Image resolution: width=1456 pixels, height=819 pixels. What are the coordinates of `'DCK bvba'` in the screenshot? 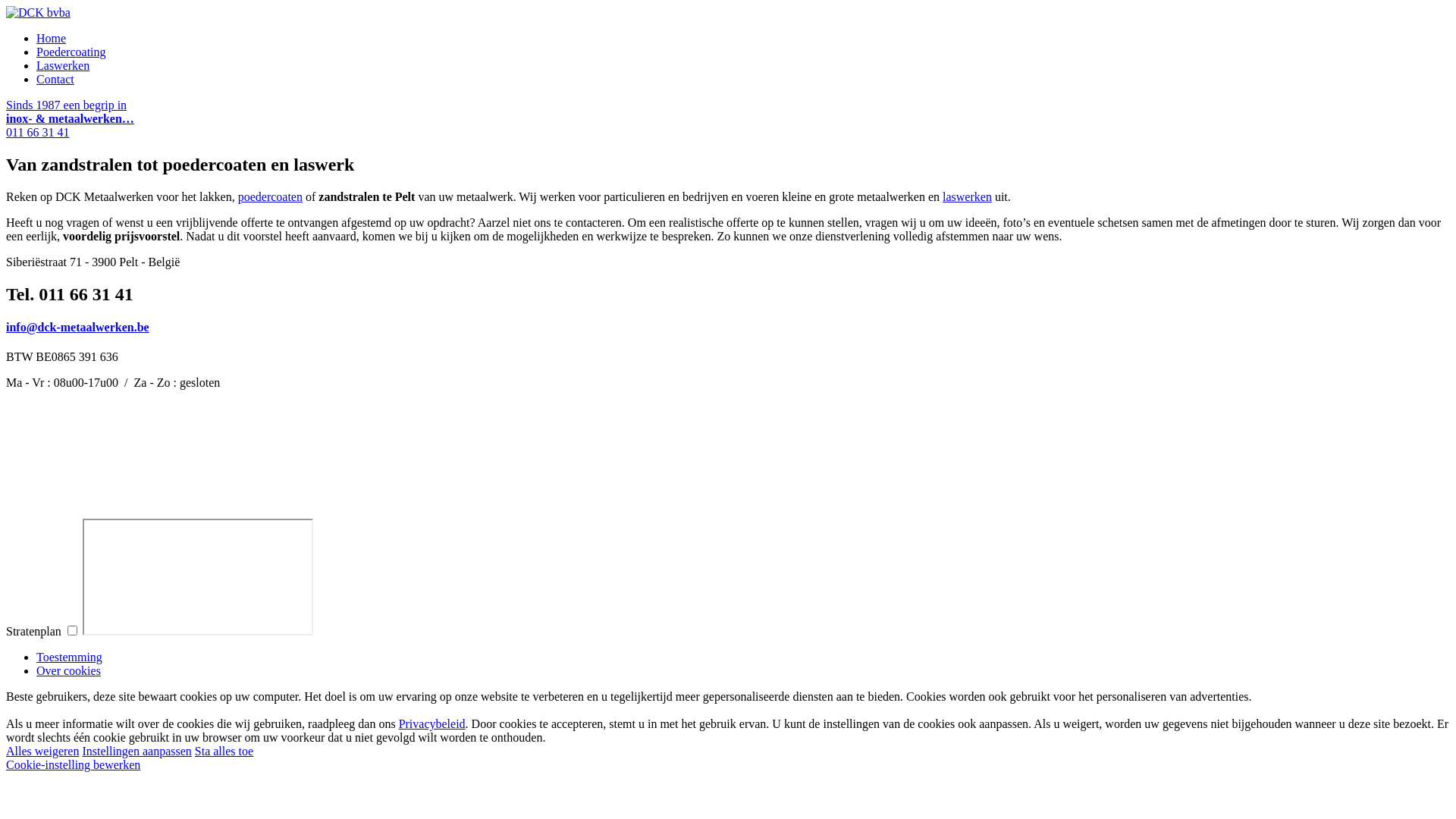 It's located at (38, 12).